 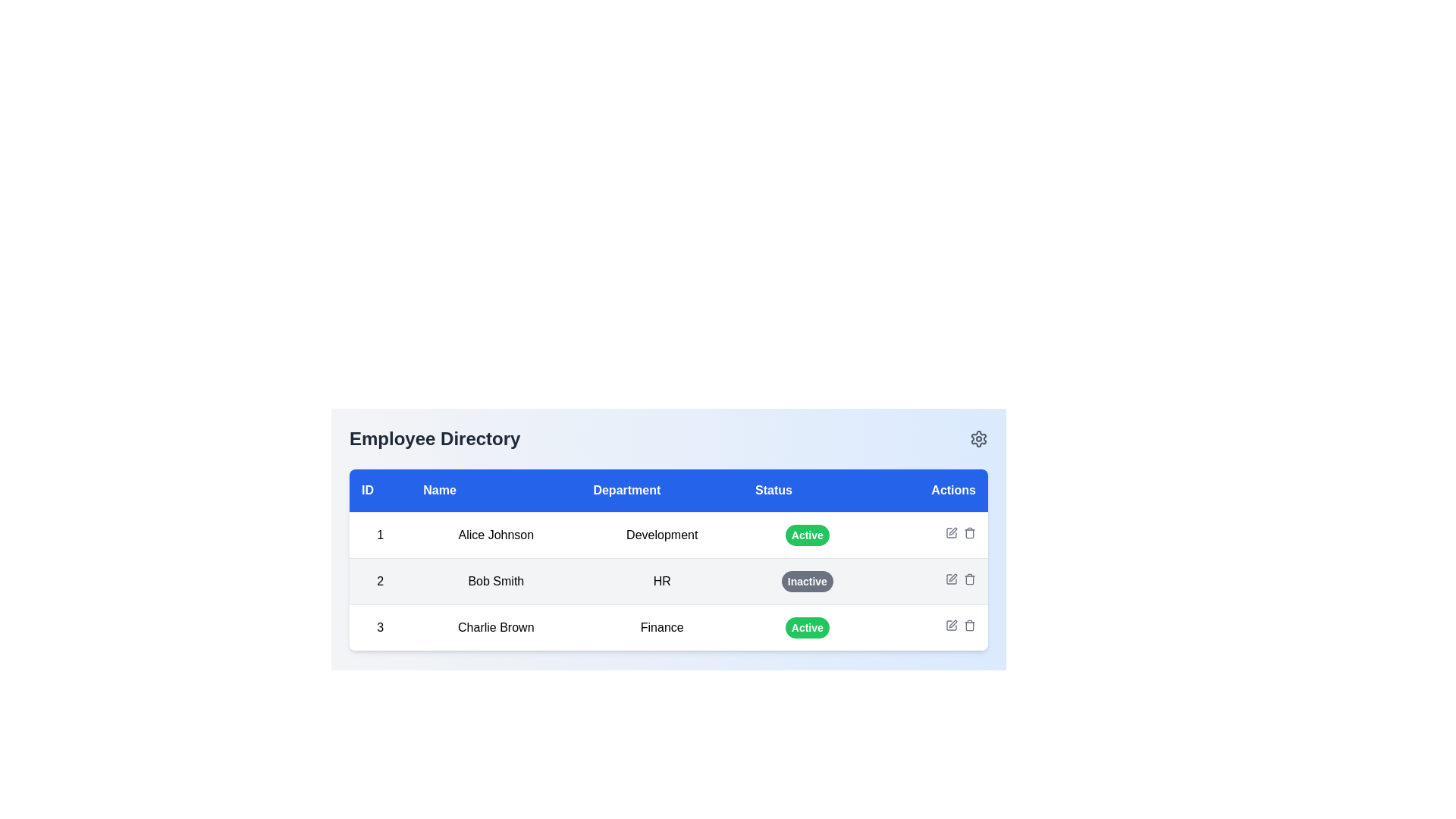 I want to click on the 'Department' text label for 'Alice Johnson' in the employee directory table, which is located in the third column of the first row, so click(x=662, y=534).